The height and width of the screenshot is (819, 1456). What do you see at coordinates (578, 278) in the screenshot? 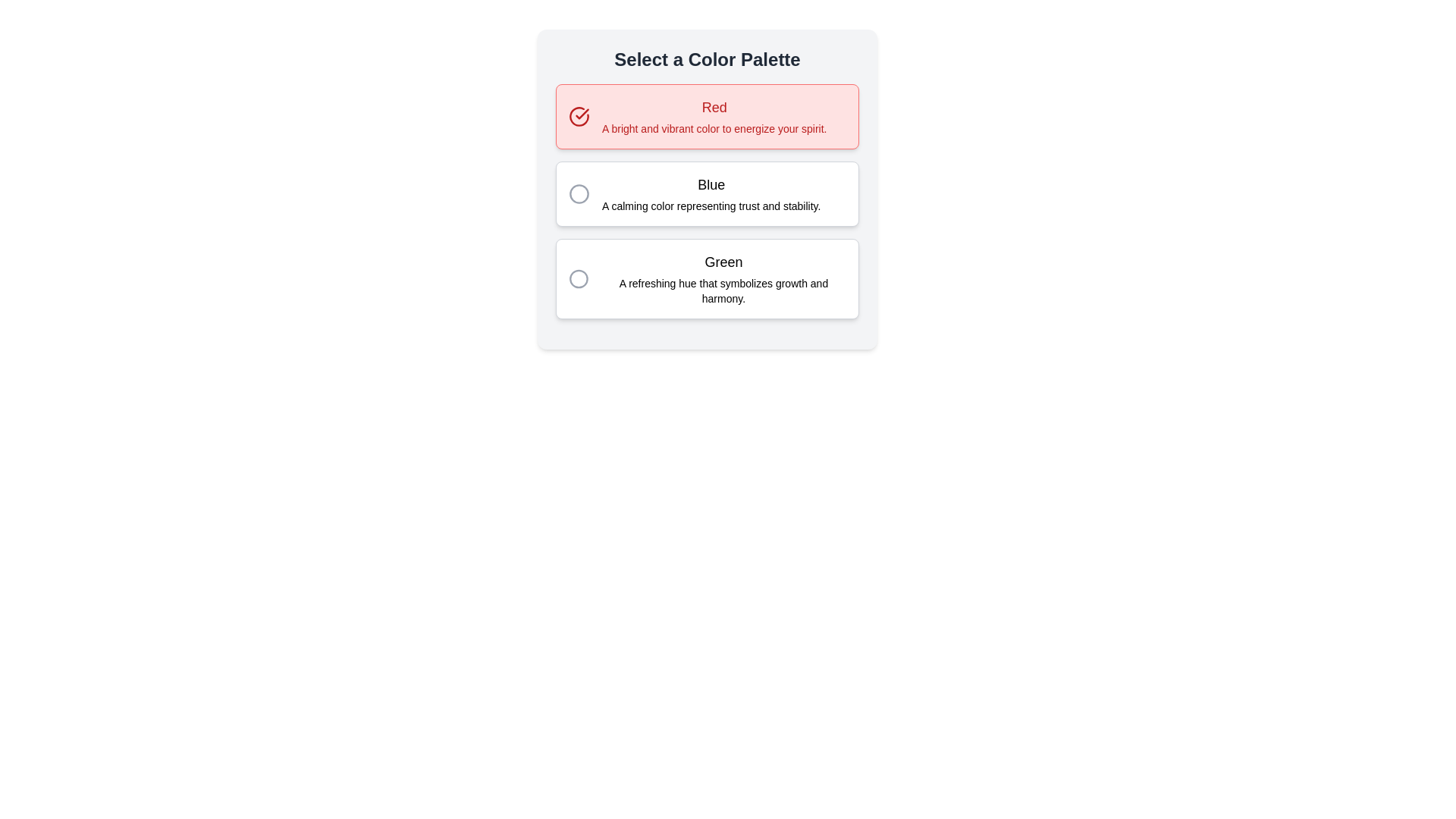
I see `the visual indicator located in the third selection box labeled 'Green'` at bounding box center [578, 278].